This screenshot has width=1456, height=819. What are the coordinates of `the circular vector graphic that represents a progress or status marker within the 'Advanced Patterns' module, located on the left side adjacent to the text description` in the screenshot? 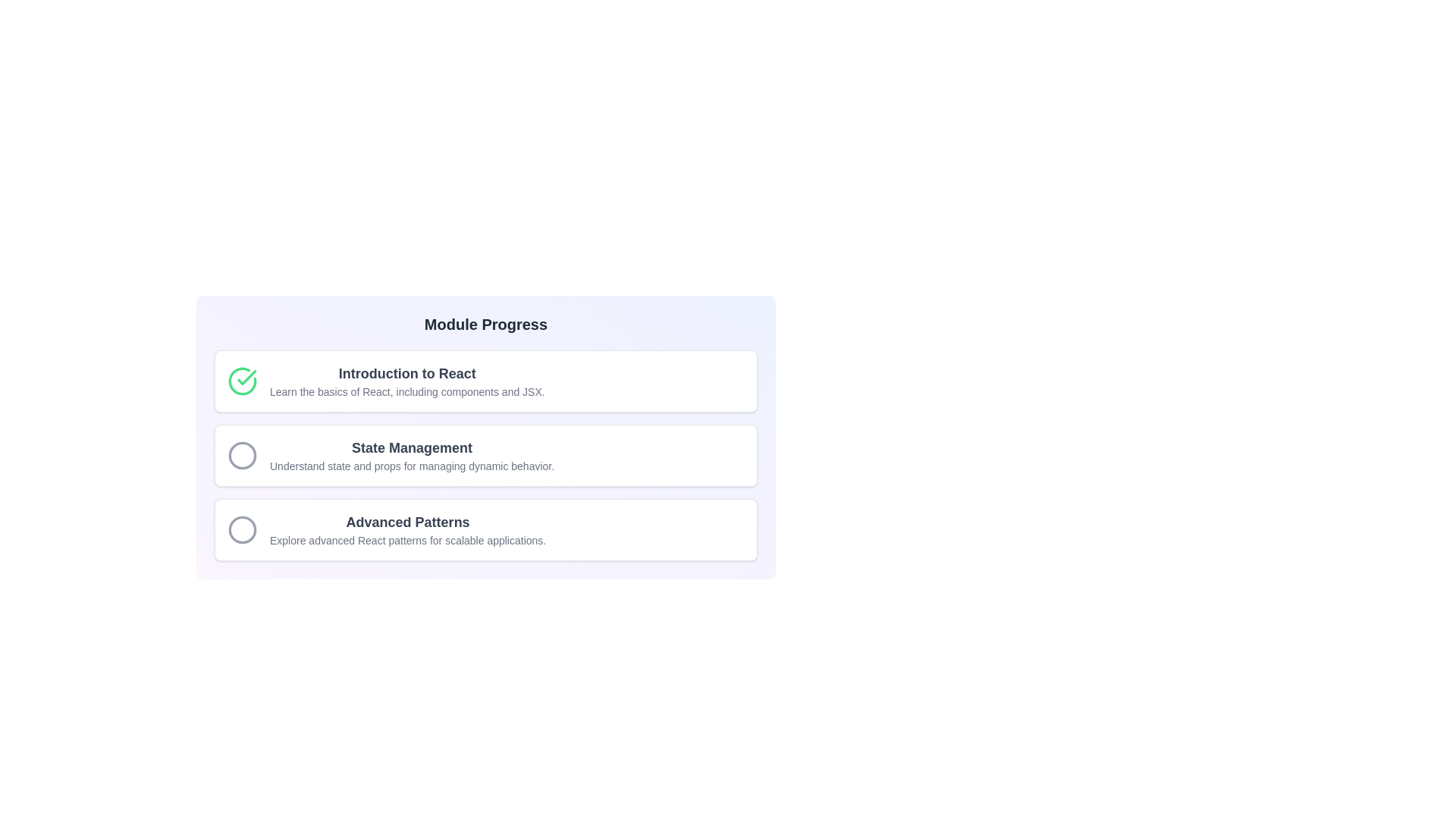 It's located at (243, 529).